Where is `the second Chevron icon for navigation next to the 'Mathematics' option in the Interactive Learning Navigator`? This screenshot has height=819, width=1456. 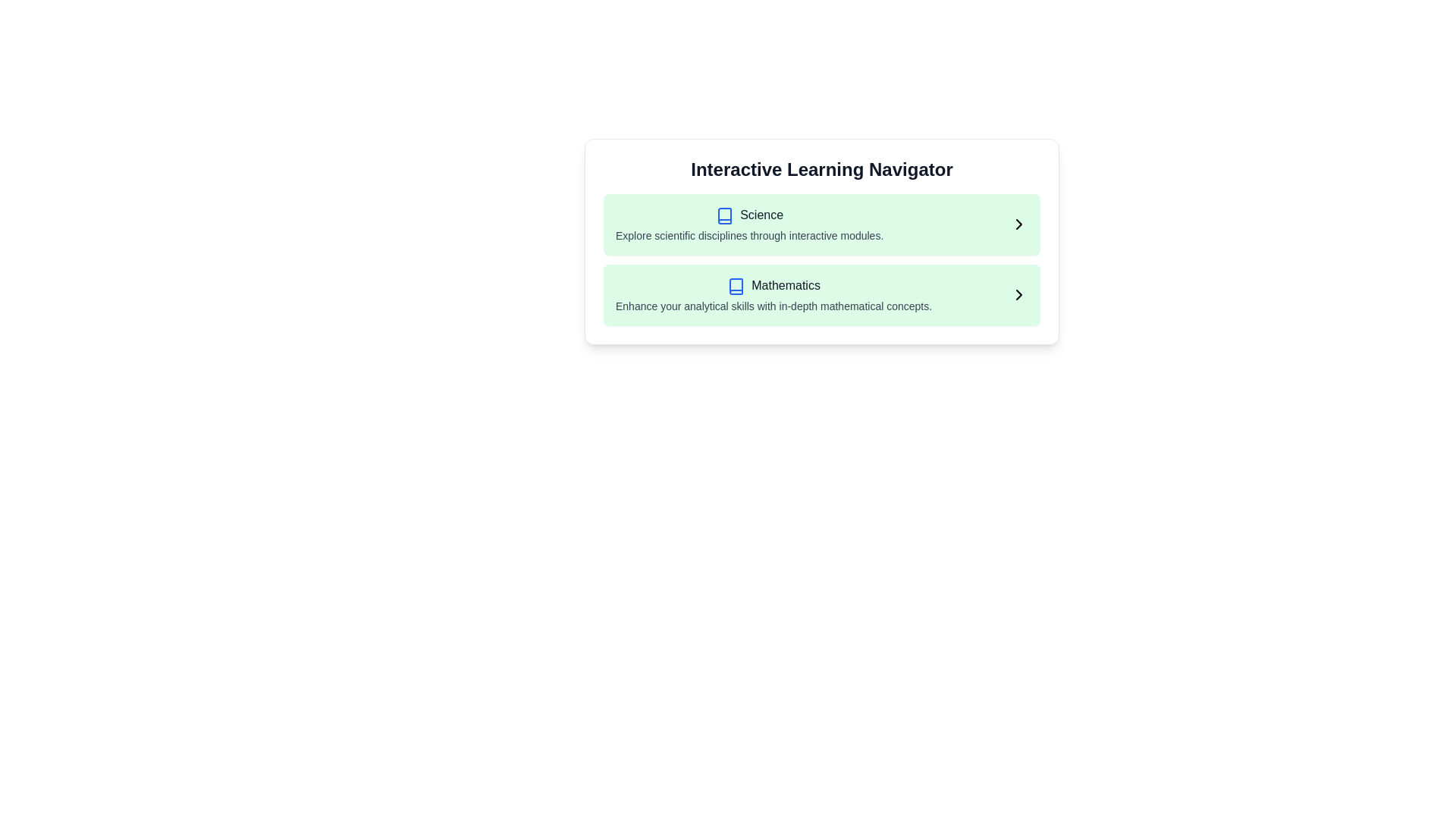
the second Chevron icon for navigation next to the 'Mathematics' option in the Interactive Learning Navigator is located at coordinates (1019, 295).